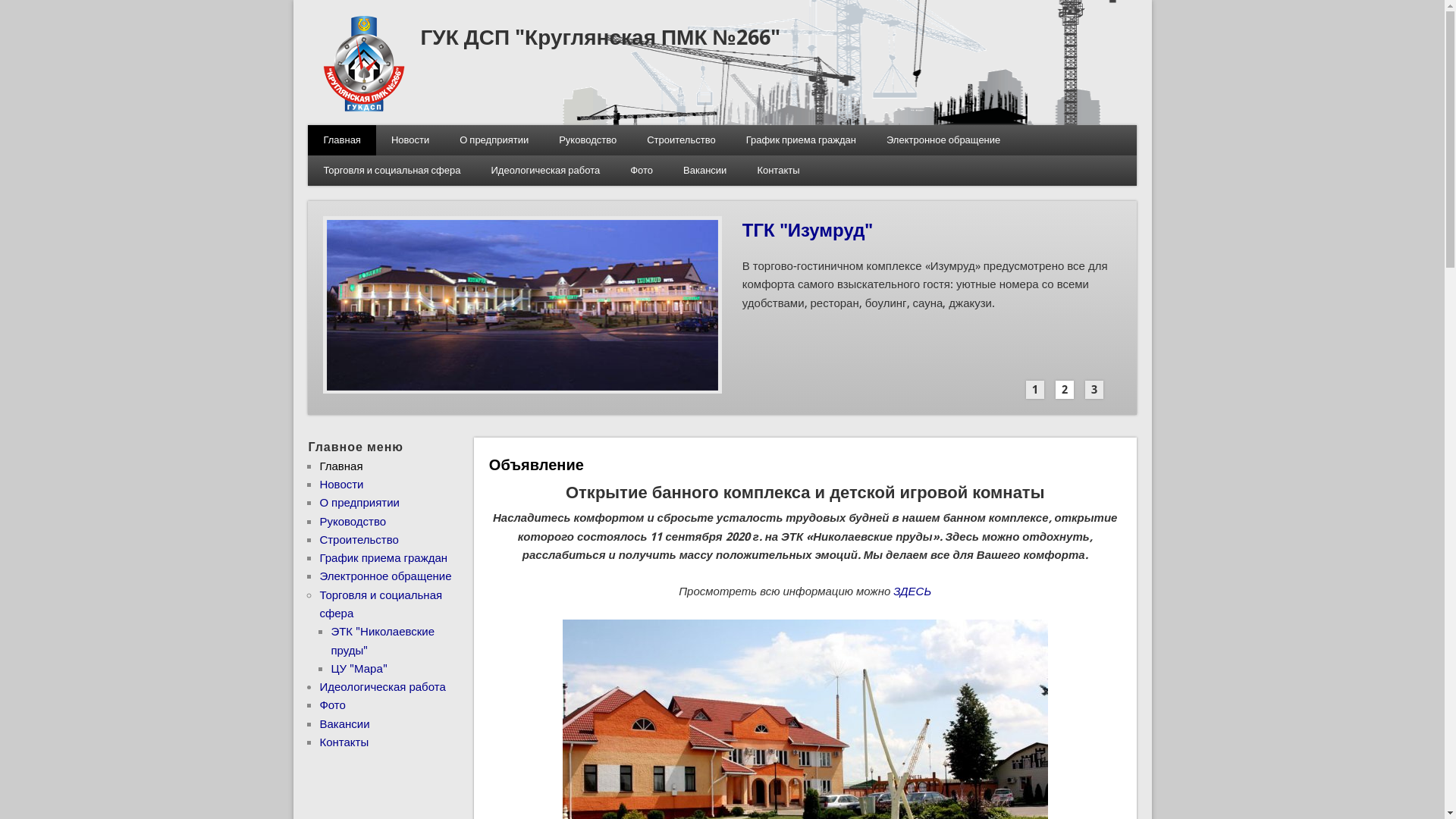 This screenshot has width=1456, height=819. What do you see at coordinates (1063, 388) in the screenshot?
I see `'2'` at bounding box center [1063, 388].